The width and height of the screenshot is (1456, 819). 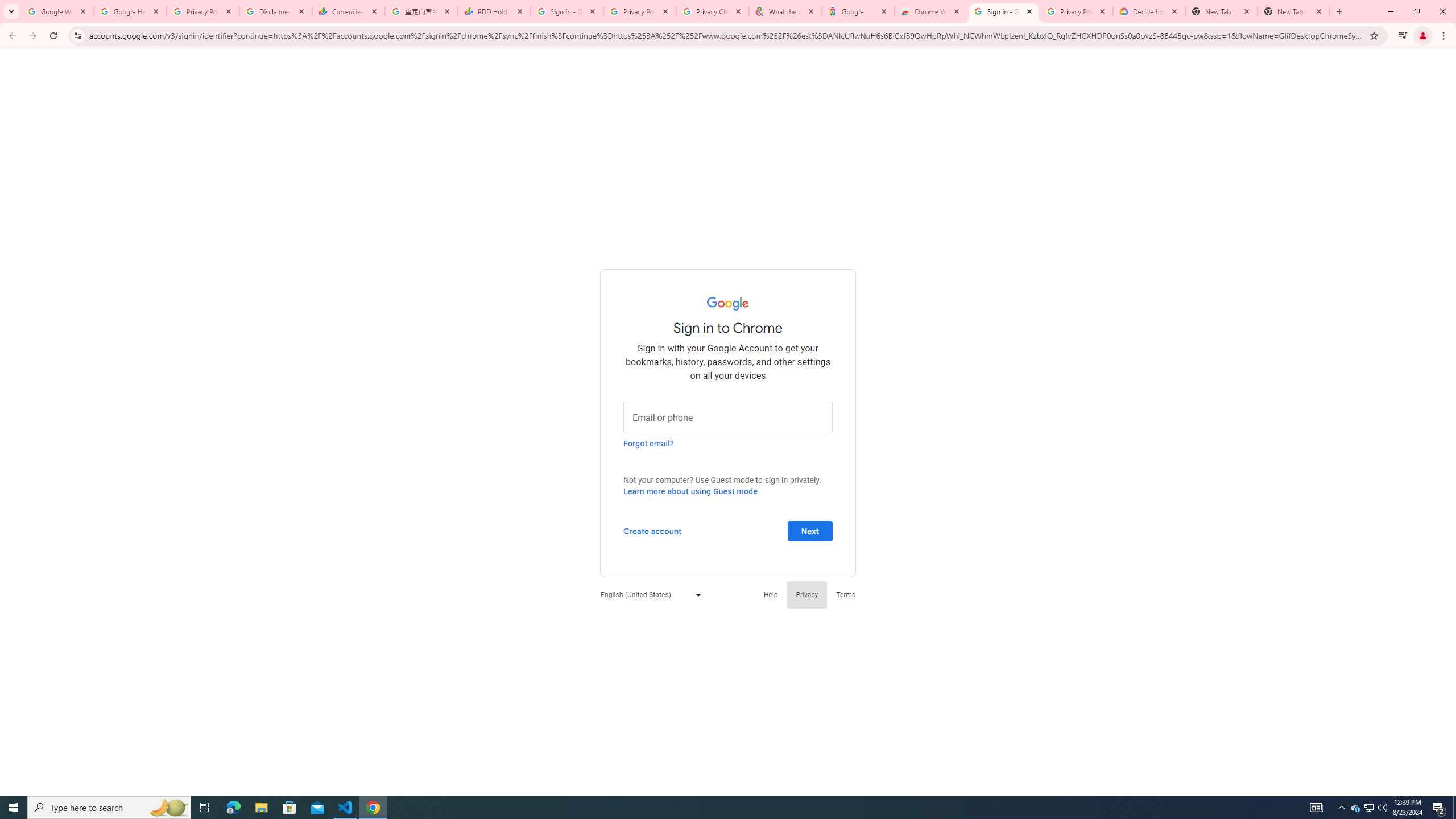 What do you see at coordinates (1293, 11) in the screenshot?
I see `'New Tab'` at bounding box center [1293, 11].